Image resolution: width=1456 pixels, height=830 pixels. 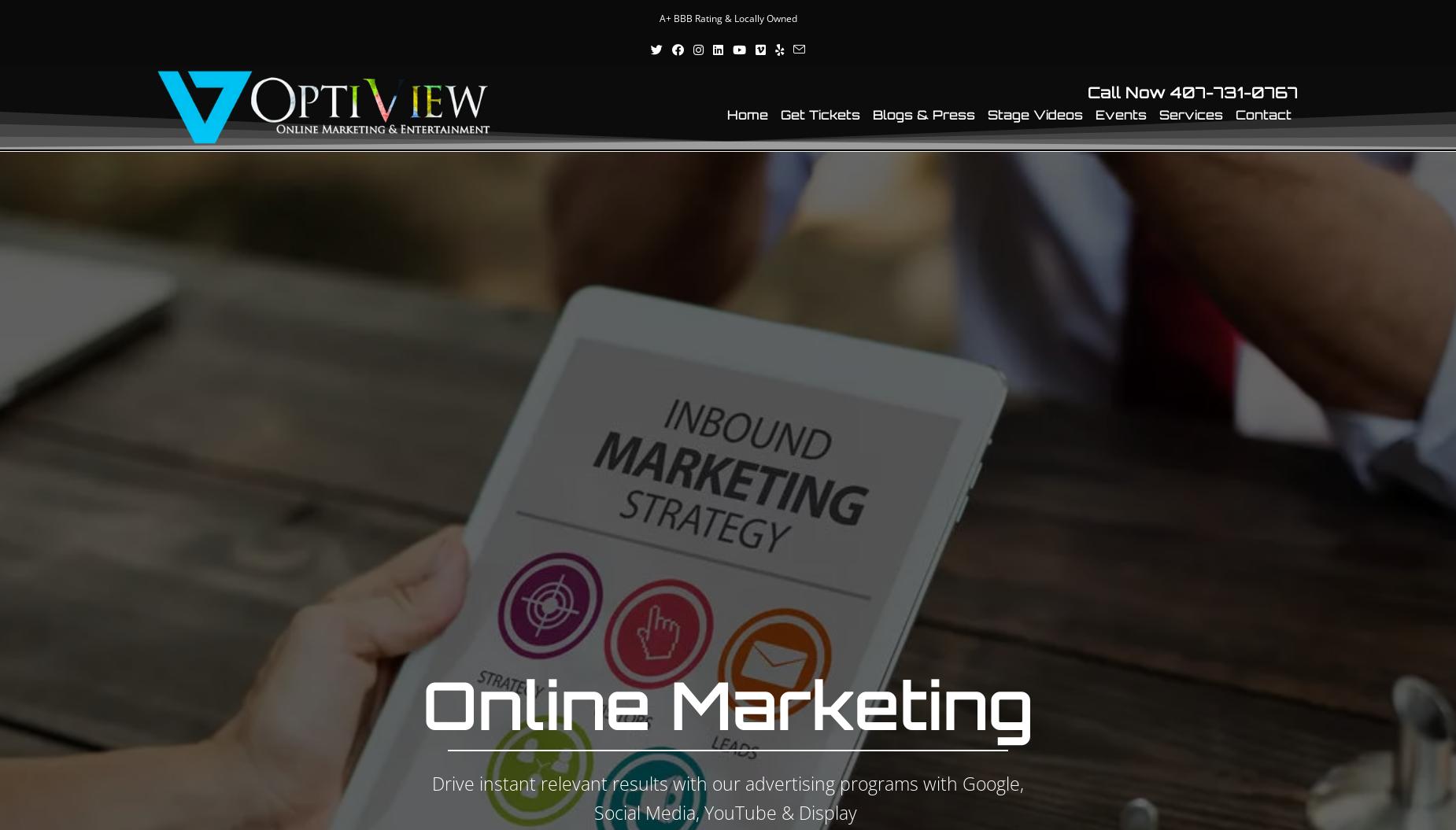 What do you see at coordinates (727, 18) in the screenshot?
I see `'A+ BBB Rating & Locally Owned'` at bounding box center [727, 18].